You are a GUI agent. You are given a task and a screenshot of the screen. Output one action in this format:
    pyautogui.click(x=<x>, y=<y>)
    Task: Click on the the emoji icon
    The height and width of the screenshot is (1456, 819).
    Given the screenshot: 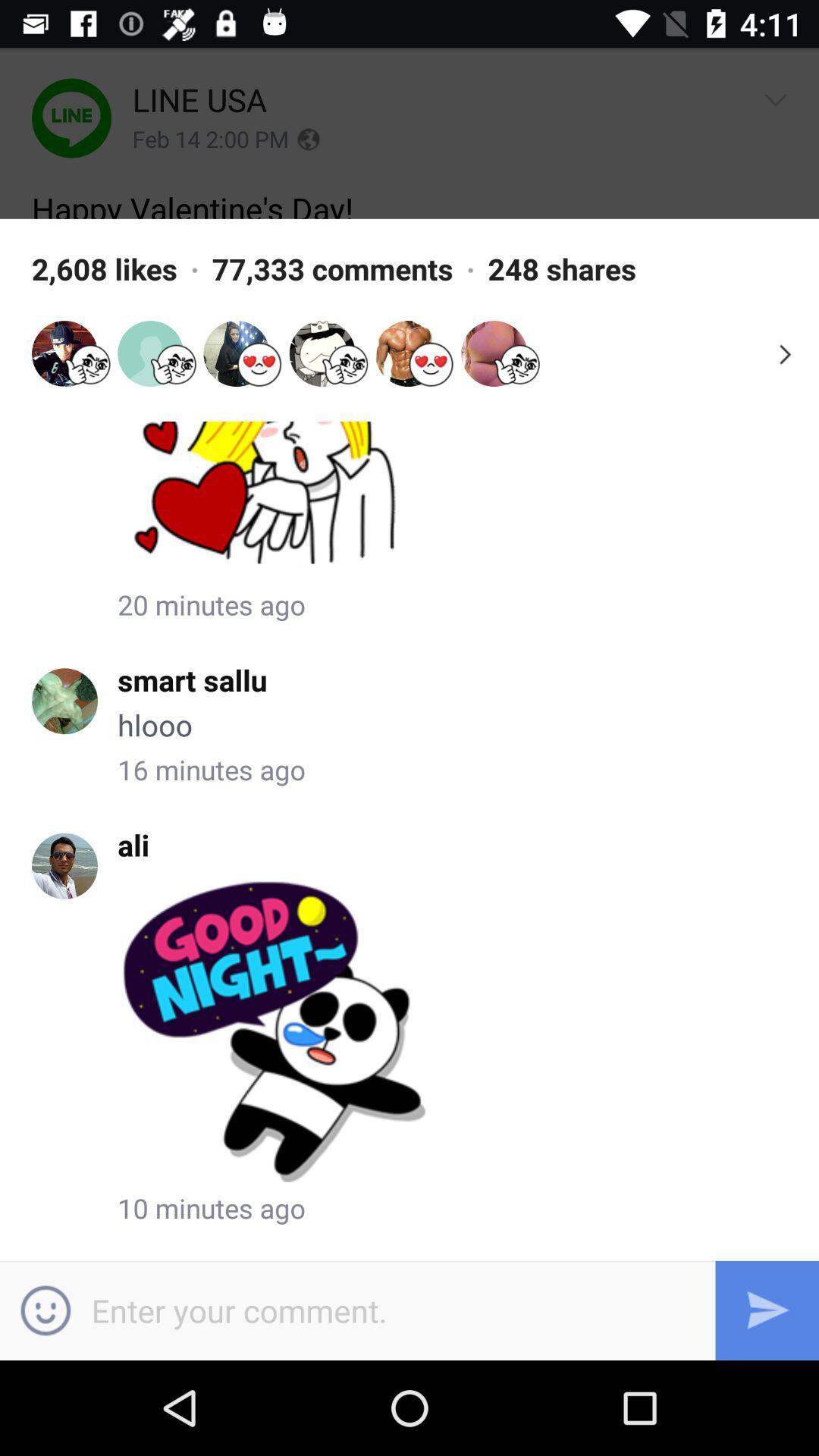 What is the action you would take?
    pyautogui.click(x=55, y=1310)
    